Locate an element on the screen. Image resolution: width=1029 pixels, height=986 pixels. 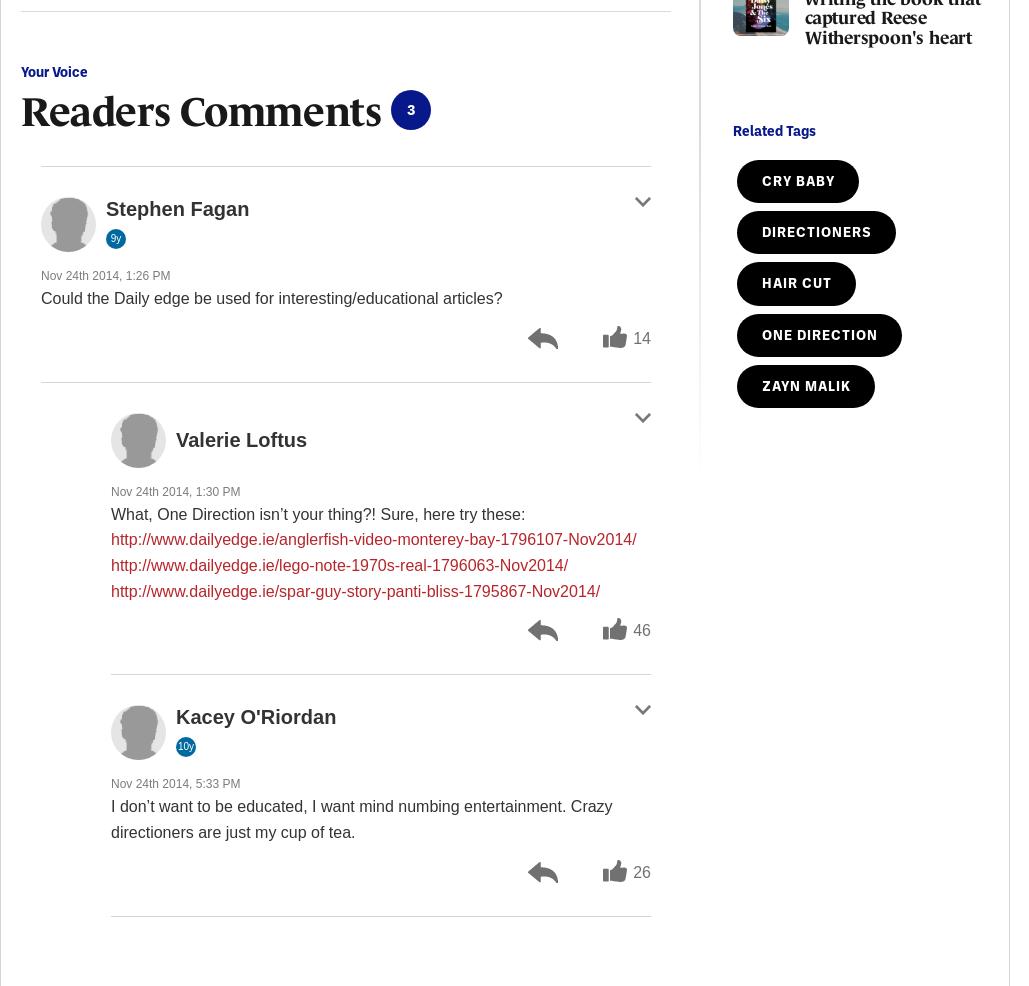
'Readers Comments' is located at coordinates (200, 108).